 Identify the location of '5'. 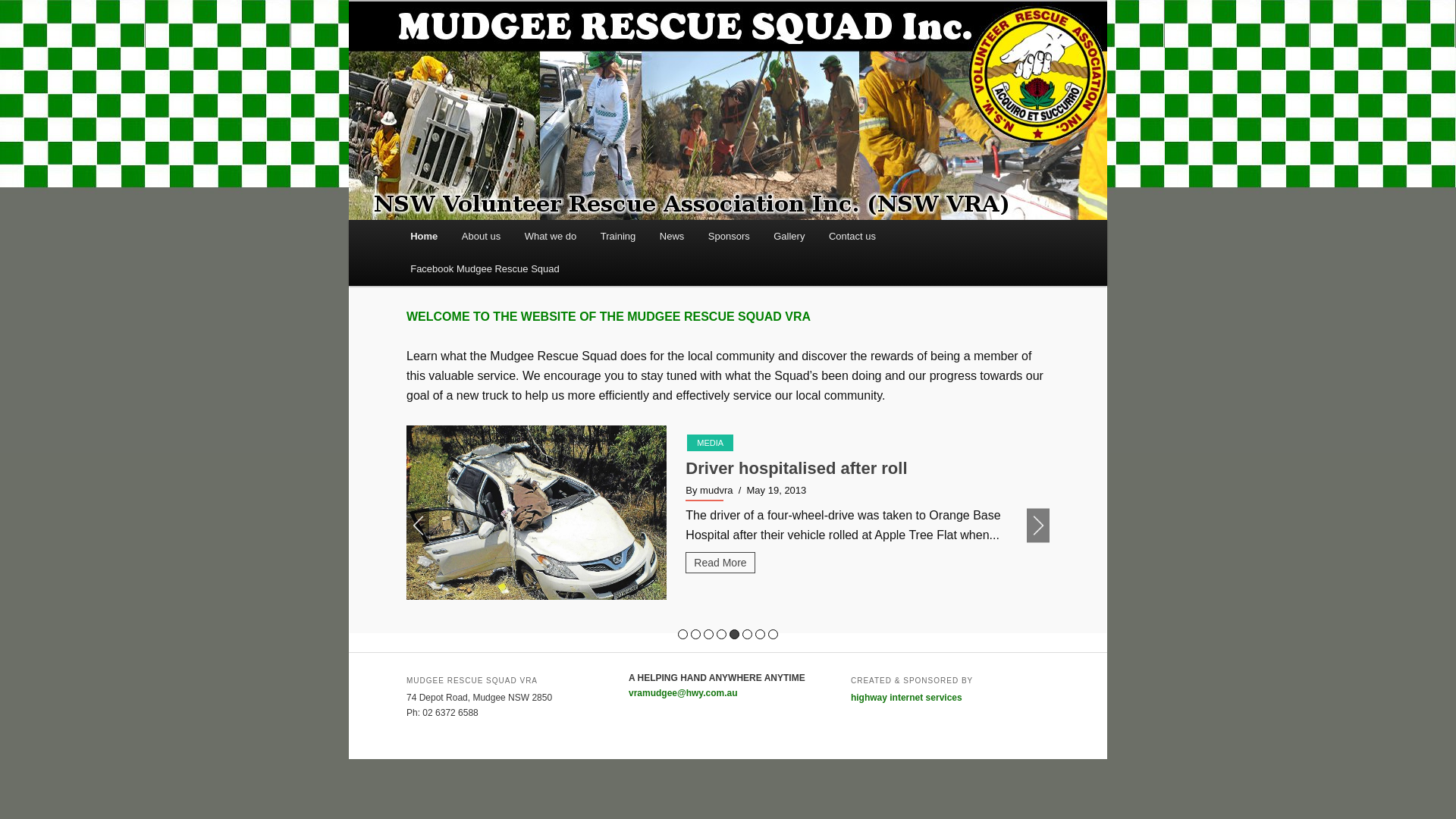
(734, 634).